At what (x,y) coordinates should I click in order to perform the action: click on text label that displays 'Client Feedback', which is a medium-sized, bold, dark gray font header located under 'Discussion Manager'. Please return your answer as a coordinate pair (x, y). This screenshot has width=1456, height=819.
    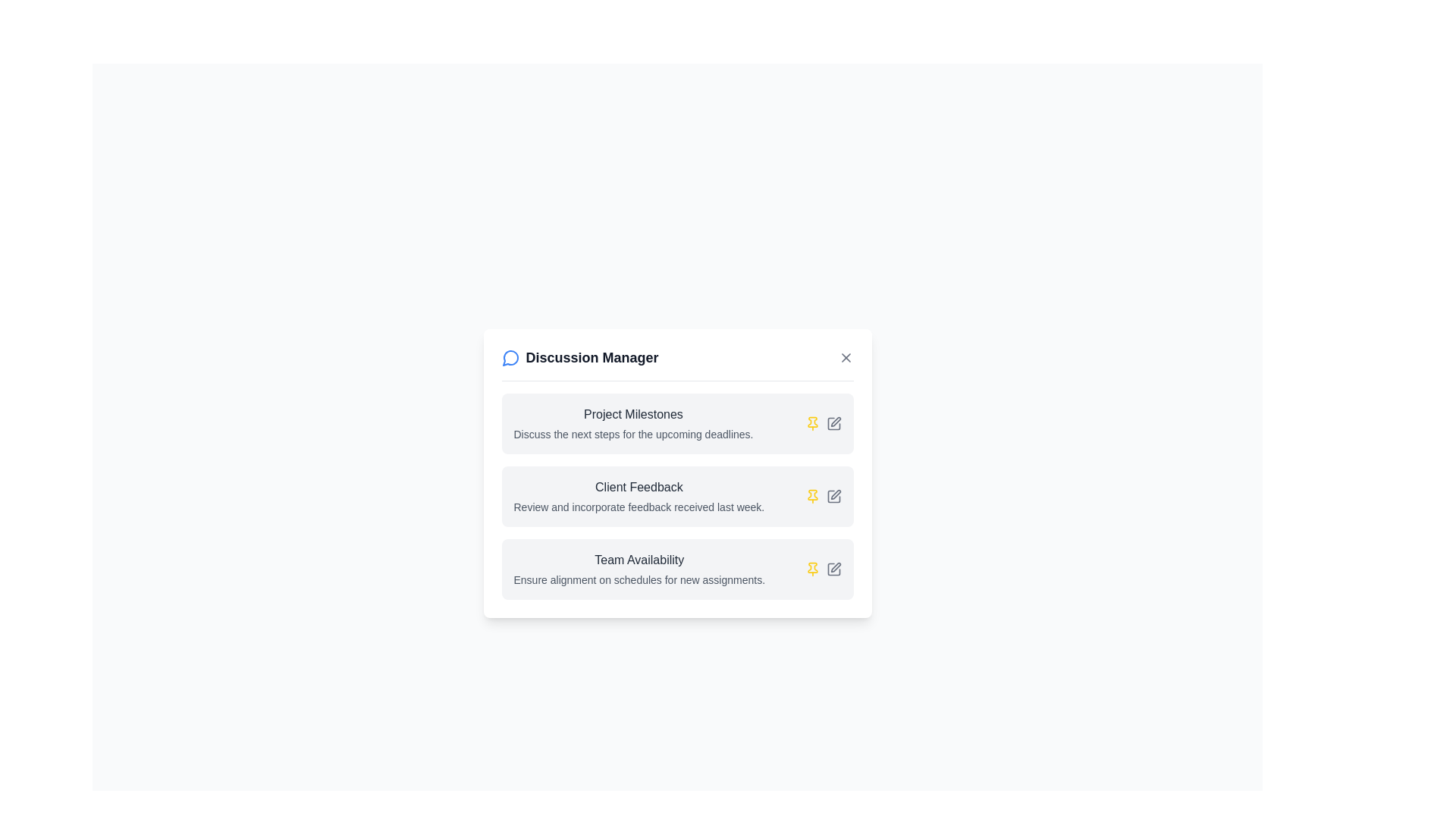
    Looking at the image, I should click on (639, 487).